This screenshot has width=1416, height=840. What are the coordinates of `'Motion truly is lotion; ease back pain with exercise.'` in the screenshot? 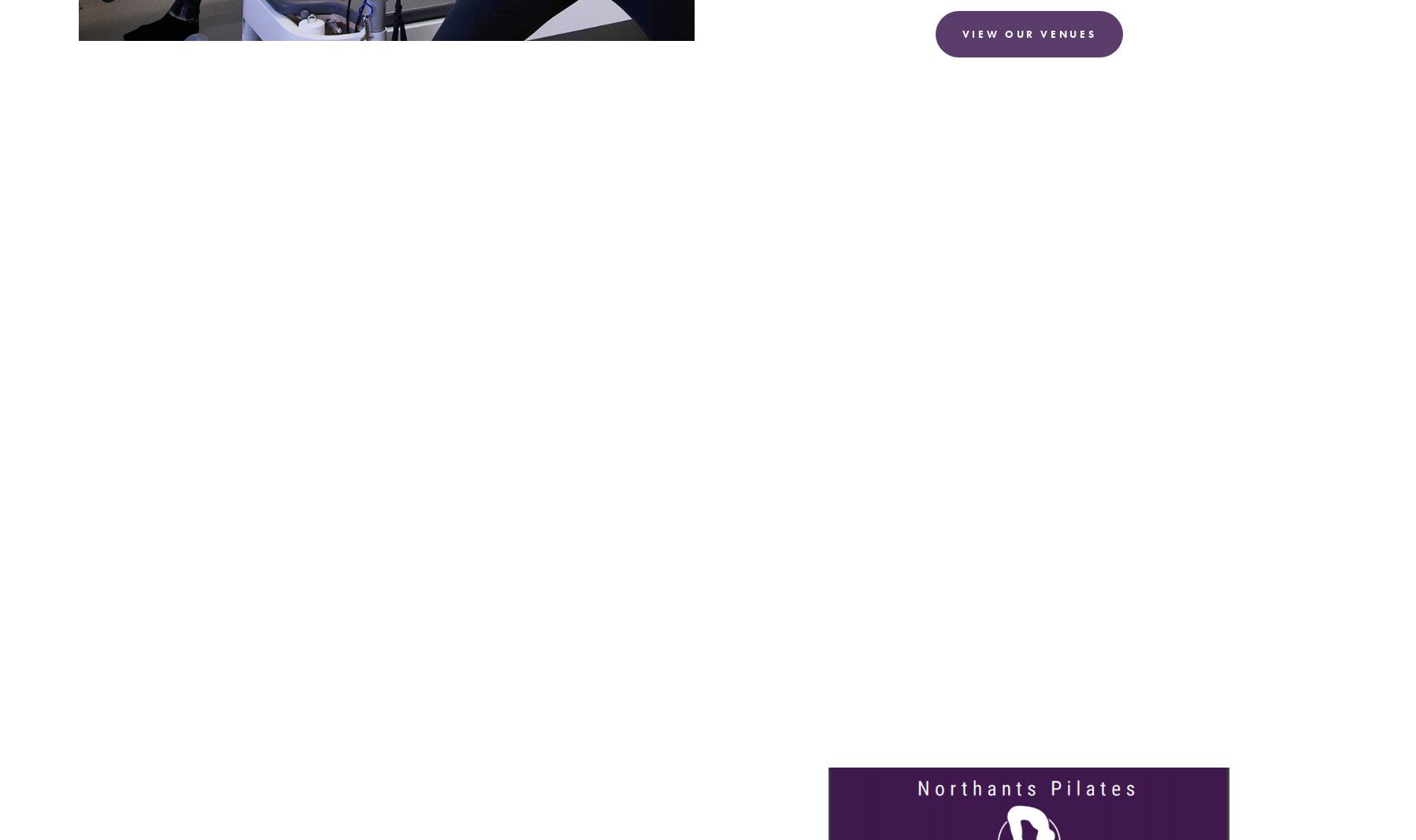 It's located at (313, 611).